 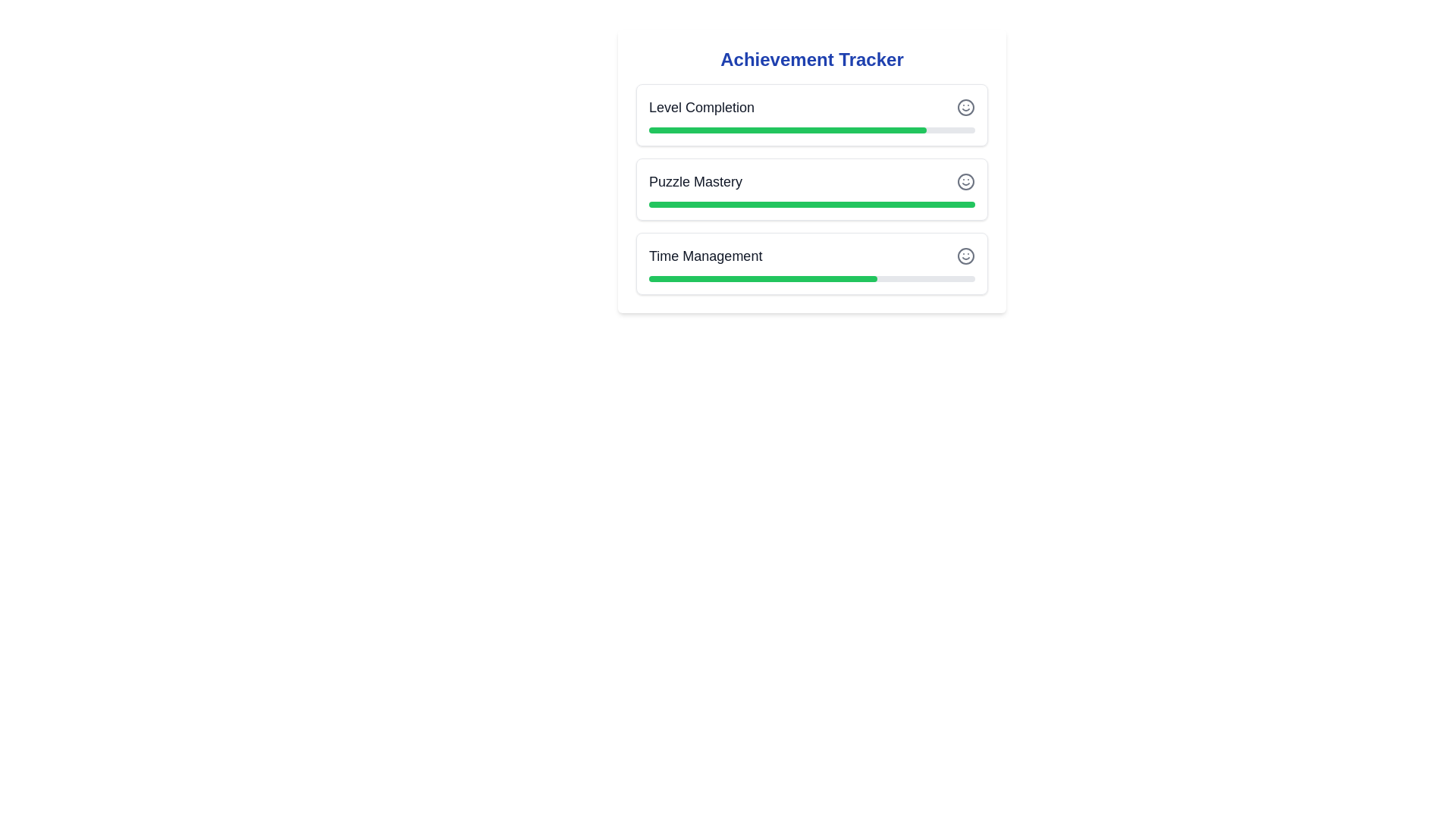 What do you see at coordinates (965, 107) in the screenshot?
I see `the completion status icon located in the top section of the 'Achievement Tracker' UI, specifically to the far right of the 'Level Completion' row, adjacent to the progress bar` at bounding box center [965, 107].